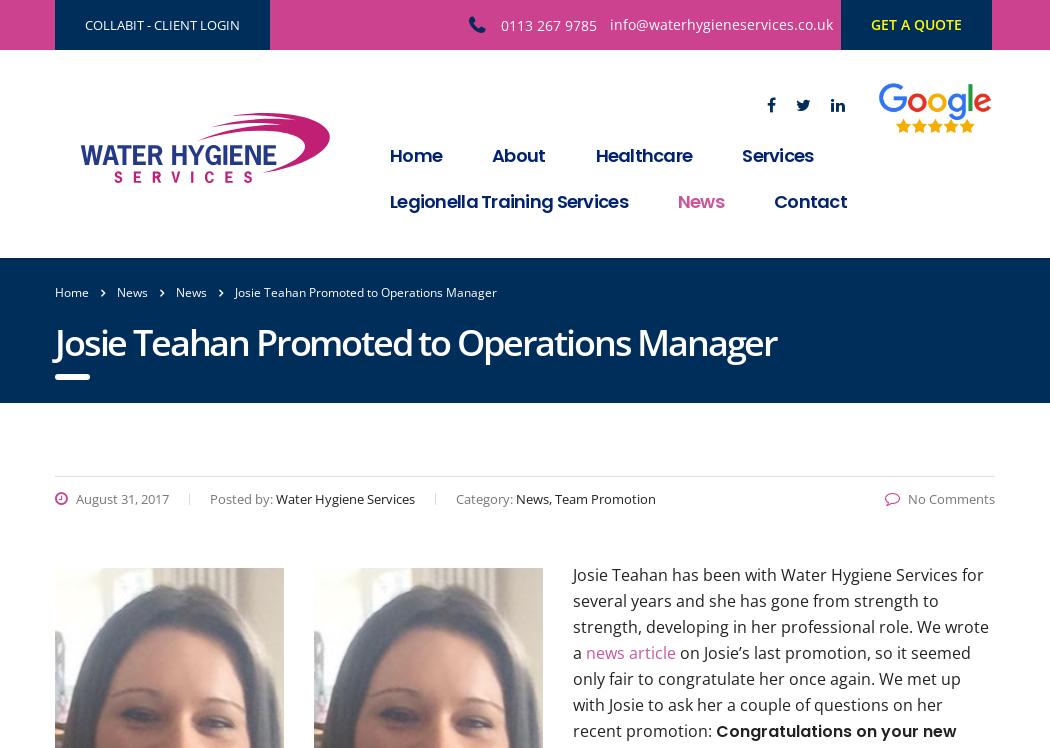 This screenshot has height=748, width=1050. Describe the element at coordinates (389, 201) in the screenshot. I see `'Legionella Training Services'` at that location.